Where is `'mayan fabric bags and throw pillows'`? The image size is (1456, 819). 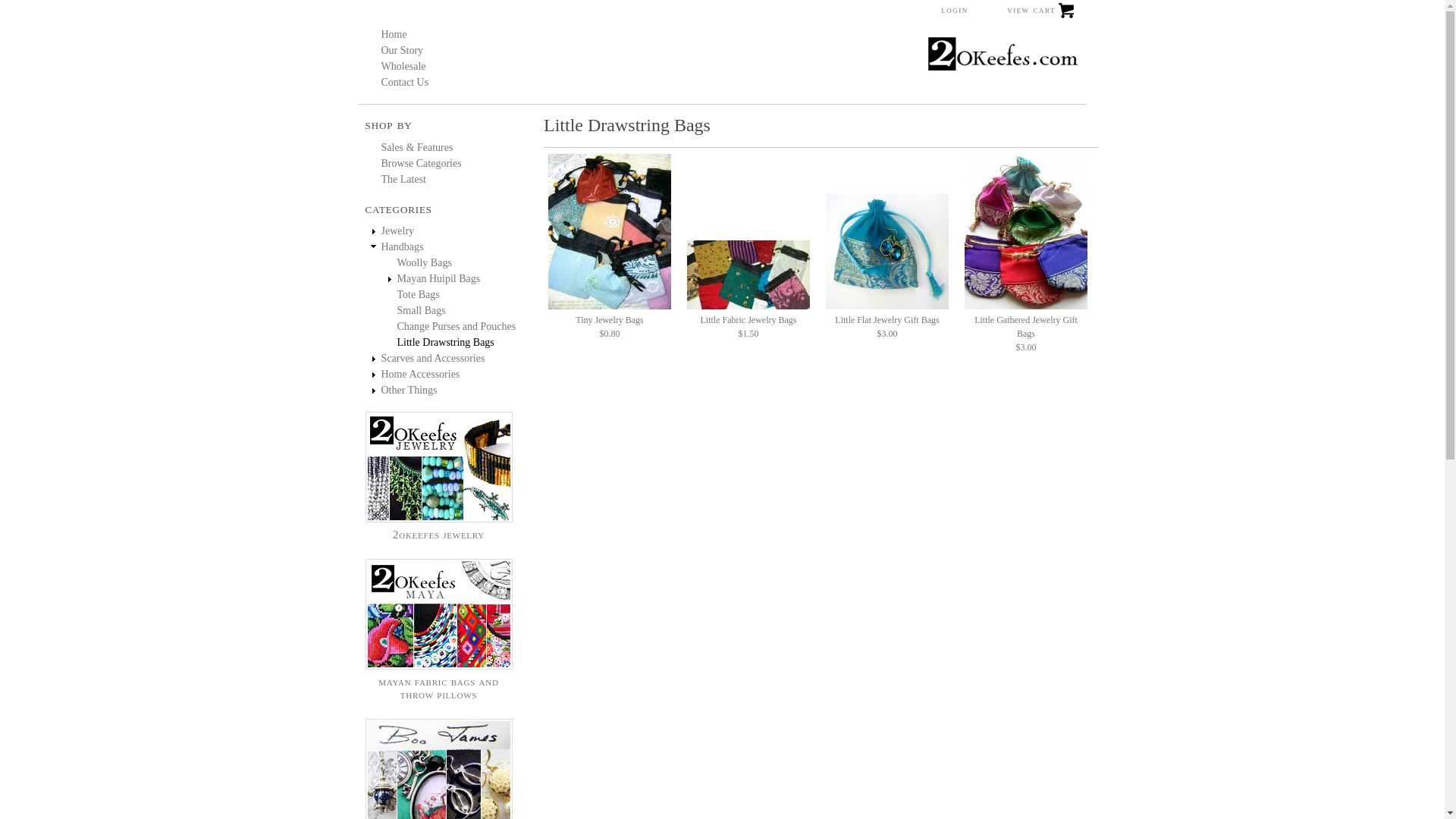
'mayan fabric bags and throw pillows' is located at coordinates (365, 680).